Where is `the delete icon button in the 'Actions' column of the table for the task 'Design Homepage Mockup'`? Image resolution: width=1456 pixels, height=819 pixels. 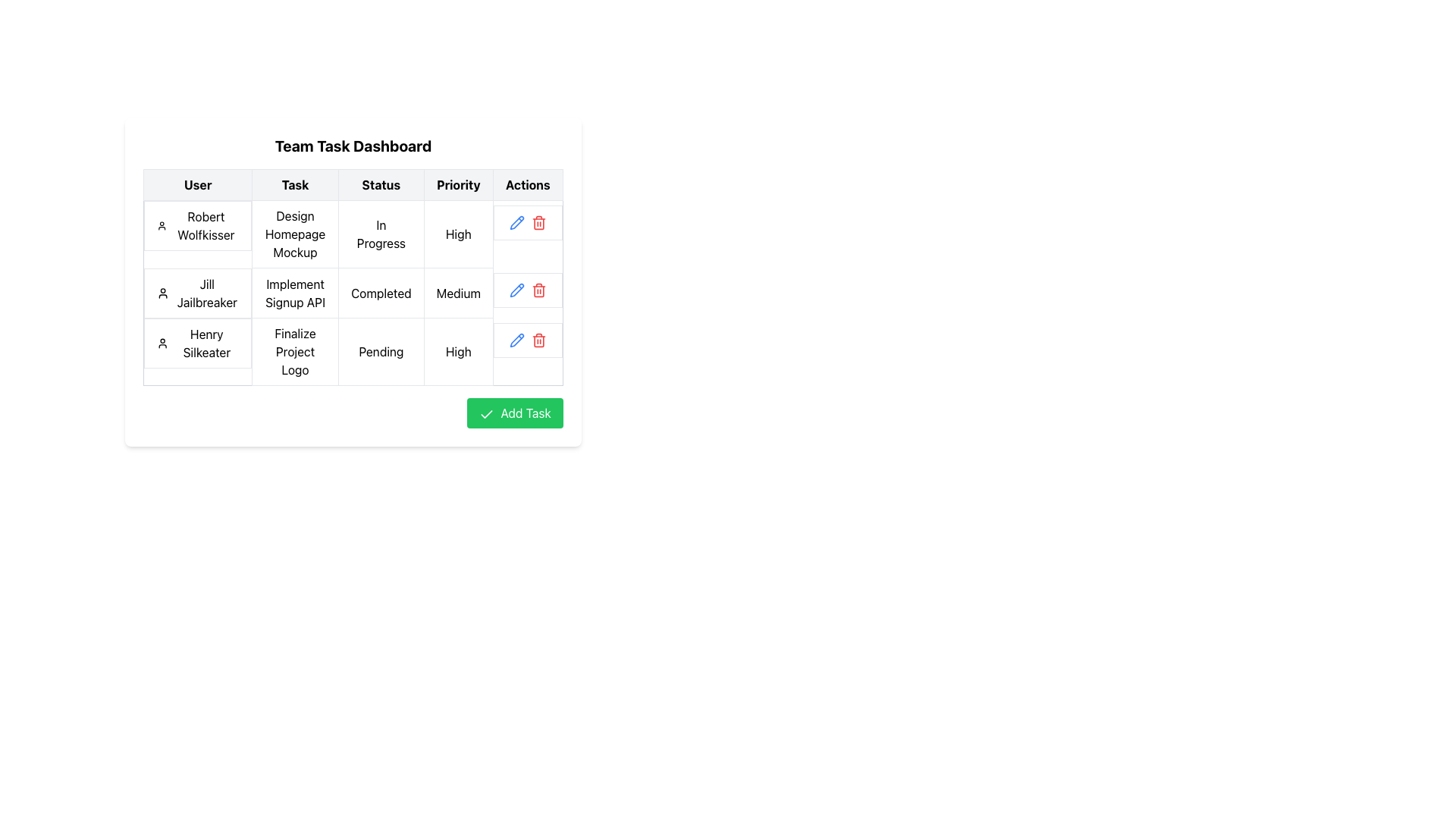 the delete icon button in the 'Actions' column of the table for the task 'Design Homepage Mockup' is located at coordinates (538, 339).